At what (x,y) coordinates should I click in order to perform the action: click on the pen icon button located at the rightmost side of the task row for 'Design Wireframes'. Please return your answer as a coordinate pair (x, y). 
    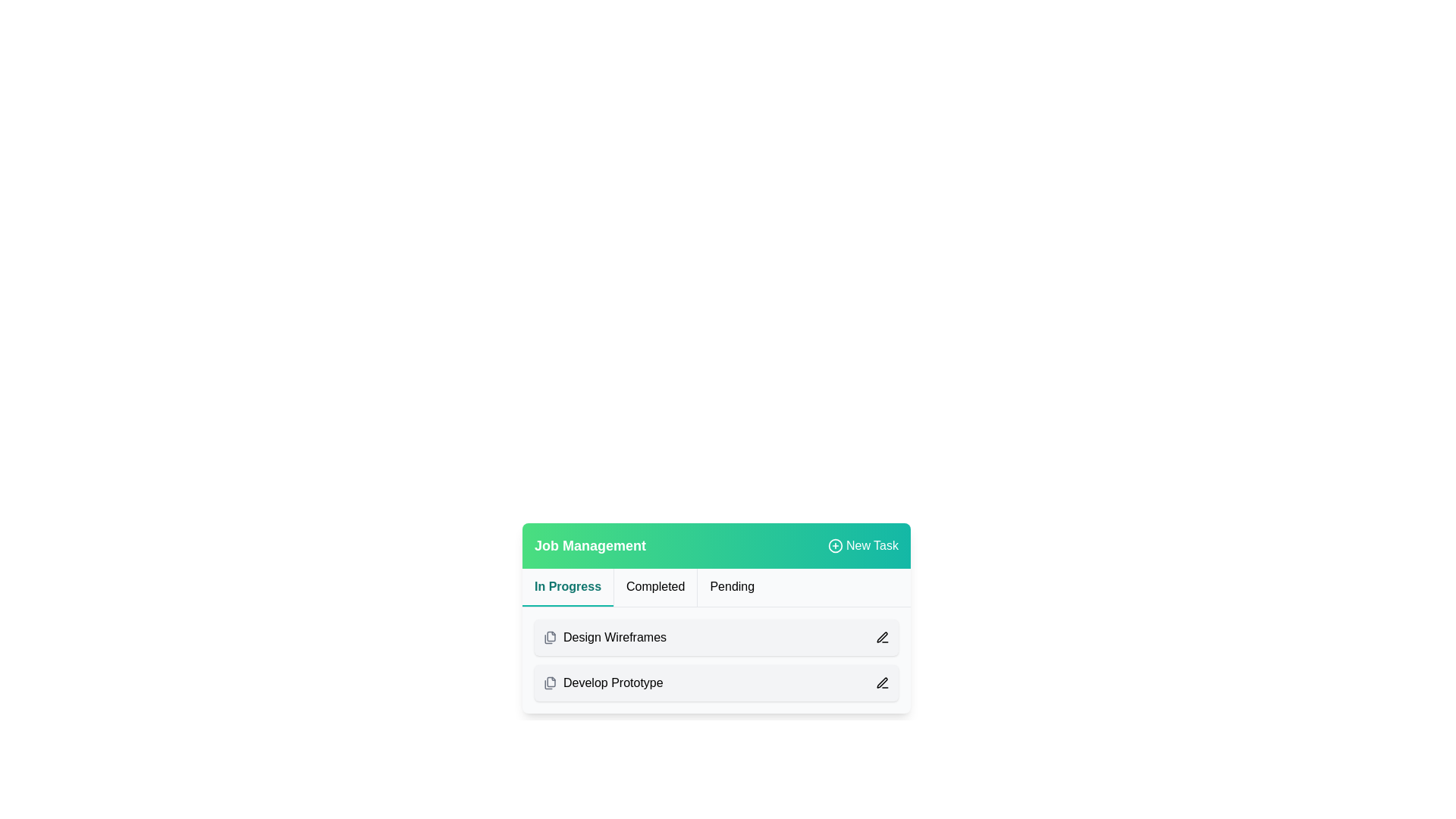
    Looking at the image, I should click on (882, 637).